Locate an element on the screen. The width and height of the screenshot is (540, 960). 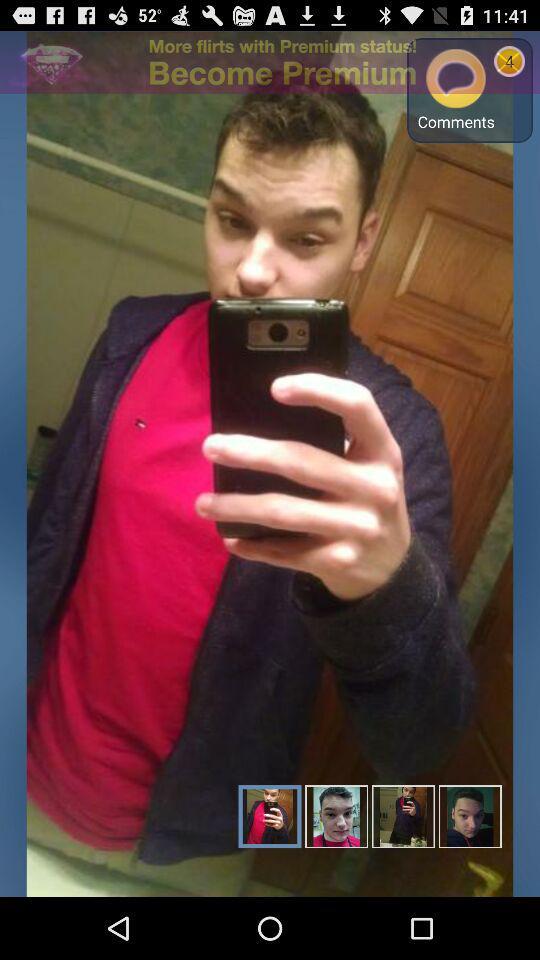
the comments button is located at coordinates (456, 90).